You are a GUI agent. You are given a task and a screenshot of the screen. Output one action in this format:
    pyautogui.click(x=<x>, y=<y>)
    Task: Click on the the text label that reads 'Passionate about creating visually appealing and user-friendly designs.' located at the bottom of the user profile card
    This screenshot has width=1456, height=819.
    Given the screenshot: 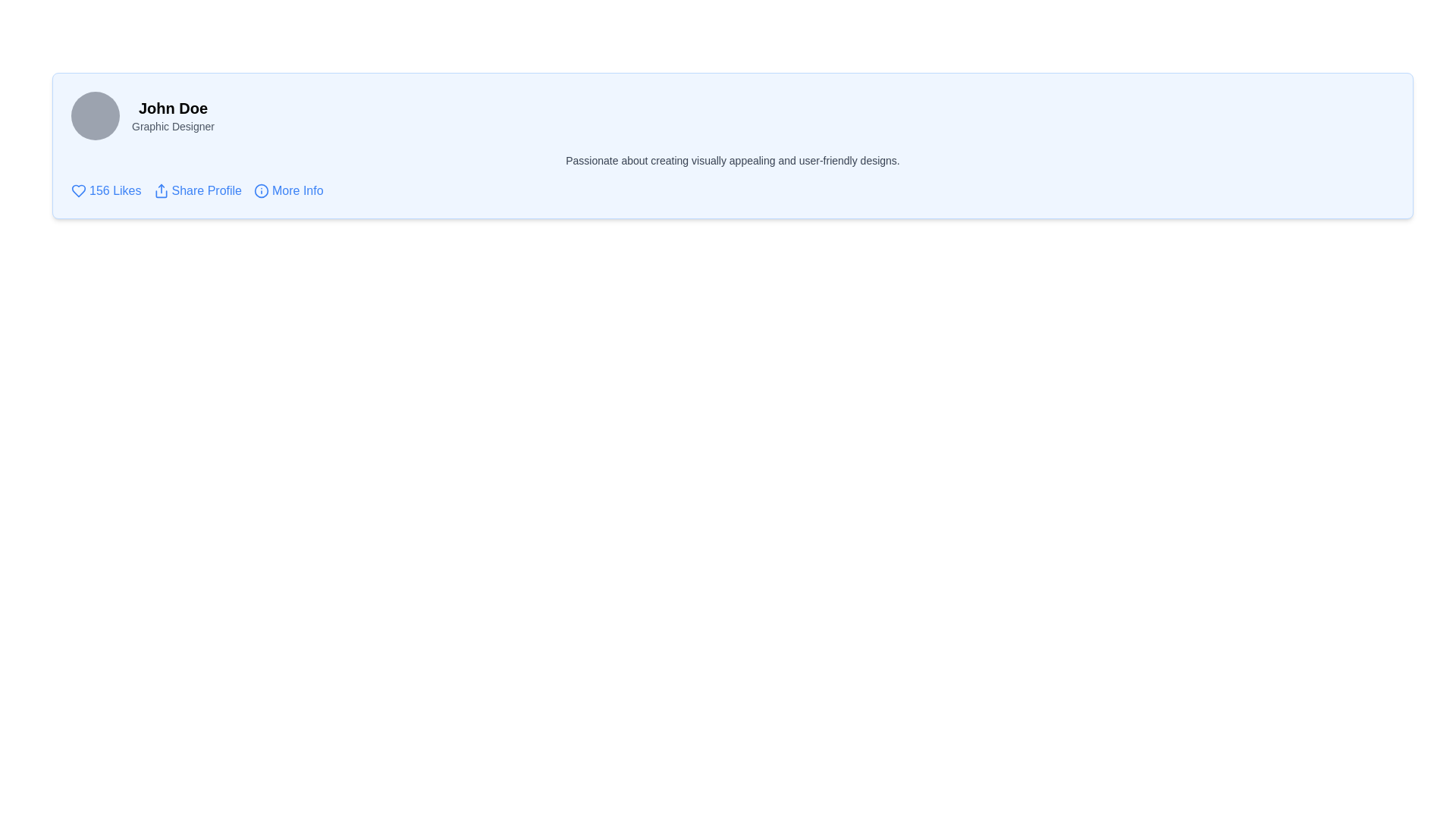 What is the action you would take?
    pyautogui.click(x=733, y=161)
    